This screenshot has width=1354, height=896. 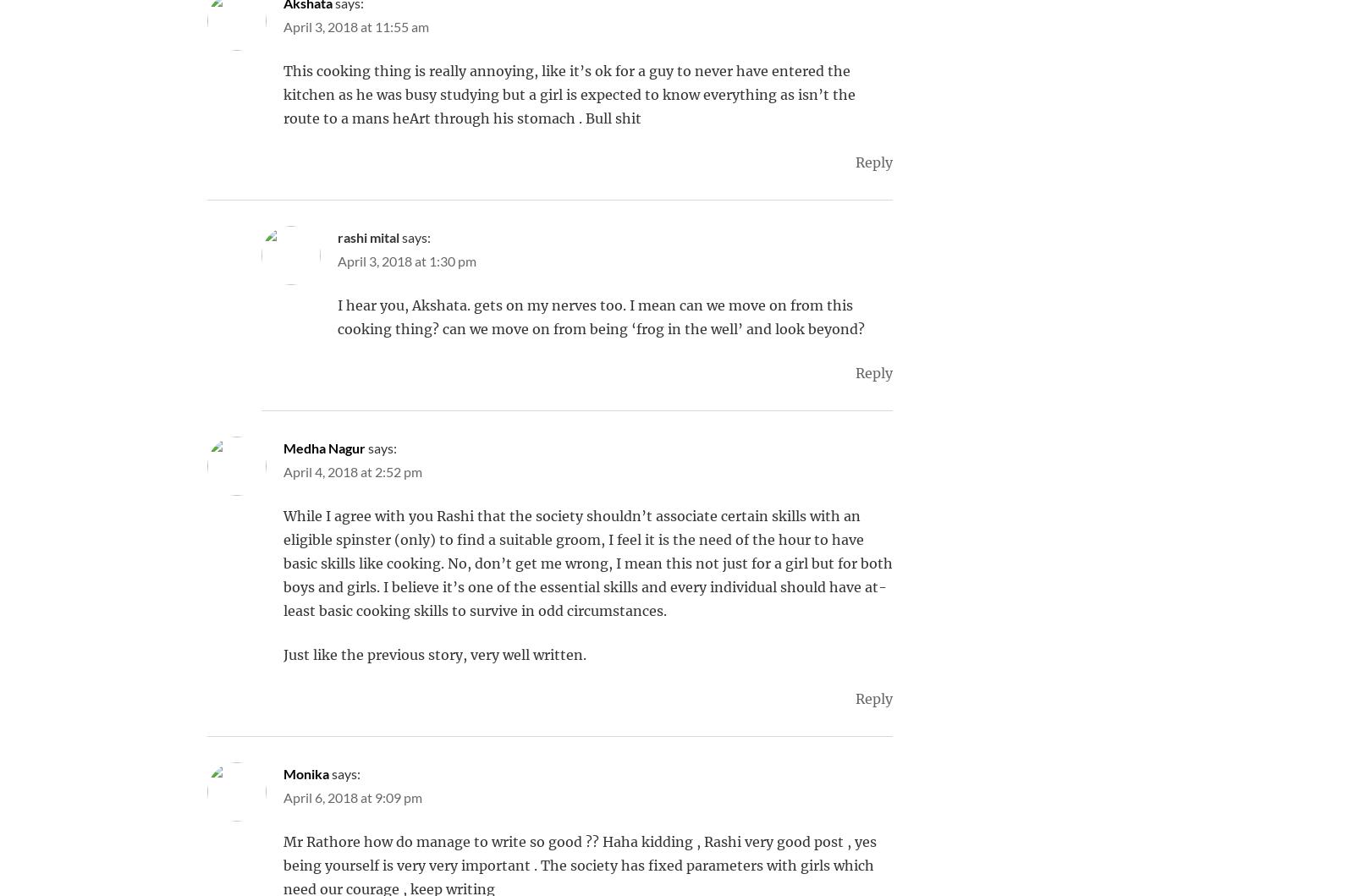 What do you see at coordinates (283, 94) in the screenshot?
I see `'This cooking thing is really annoying, like it’s ok for a guy to never have entered the kitchen as he was busy studying but a girl is expected to know everything as isn’t the route to a mans heArt through his stomach . Bull shit'` at bounding box center [283, 94].